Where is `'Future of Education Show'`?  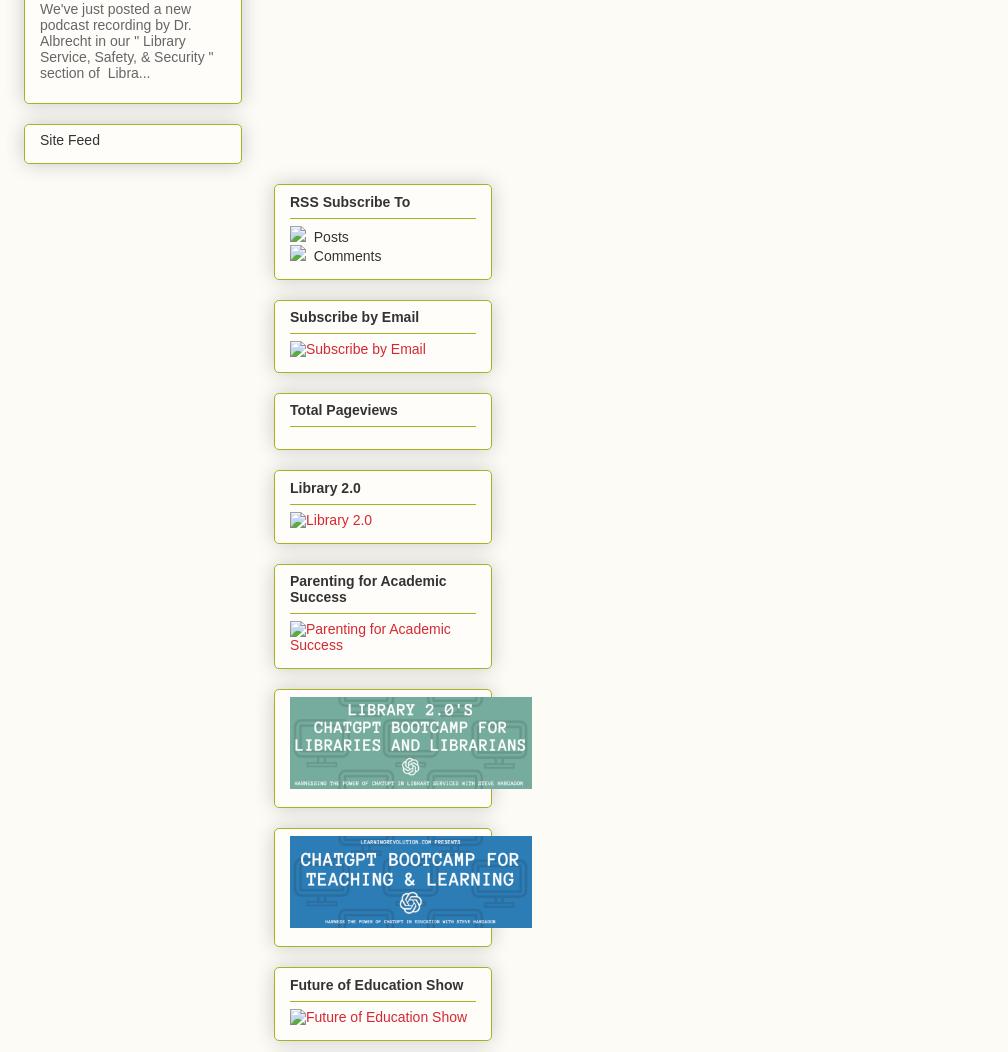 'Future of Education Show' is located at coordinates (376, 984).